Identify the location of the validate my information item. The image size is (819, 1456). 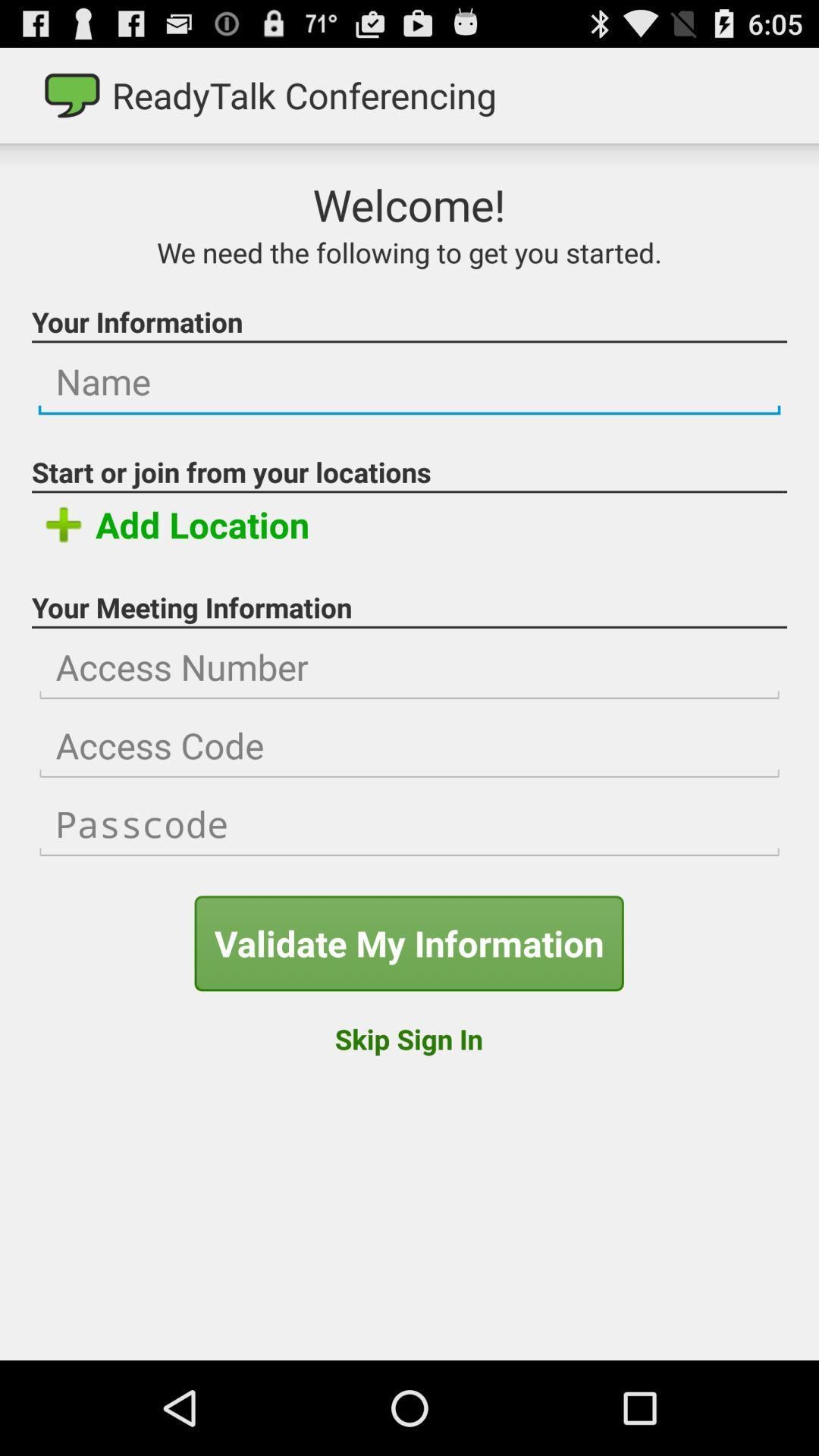
(408, 943).